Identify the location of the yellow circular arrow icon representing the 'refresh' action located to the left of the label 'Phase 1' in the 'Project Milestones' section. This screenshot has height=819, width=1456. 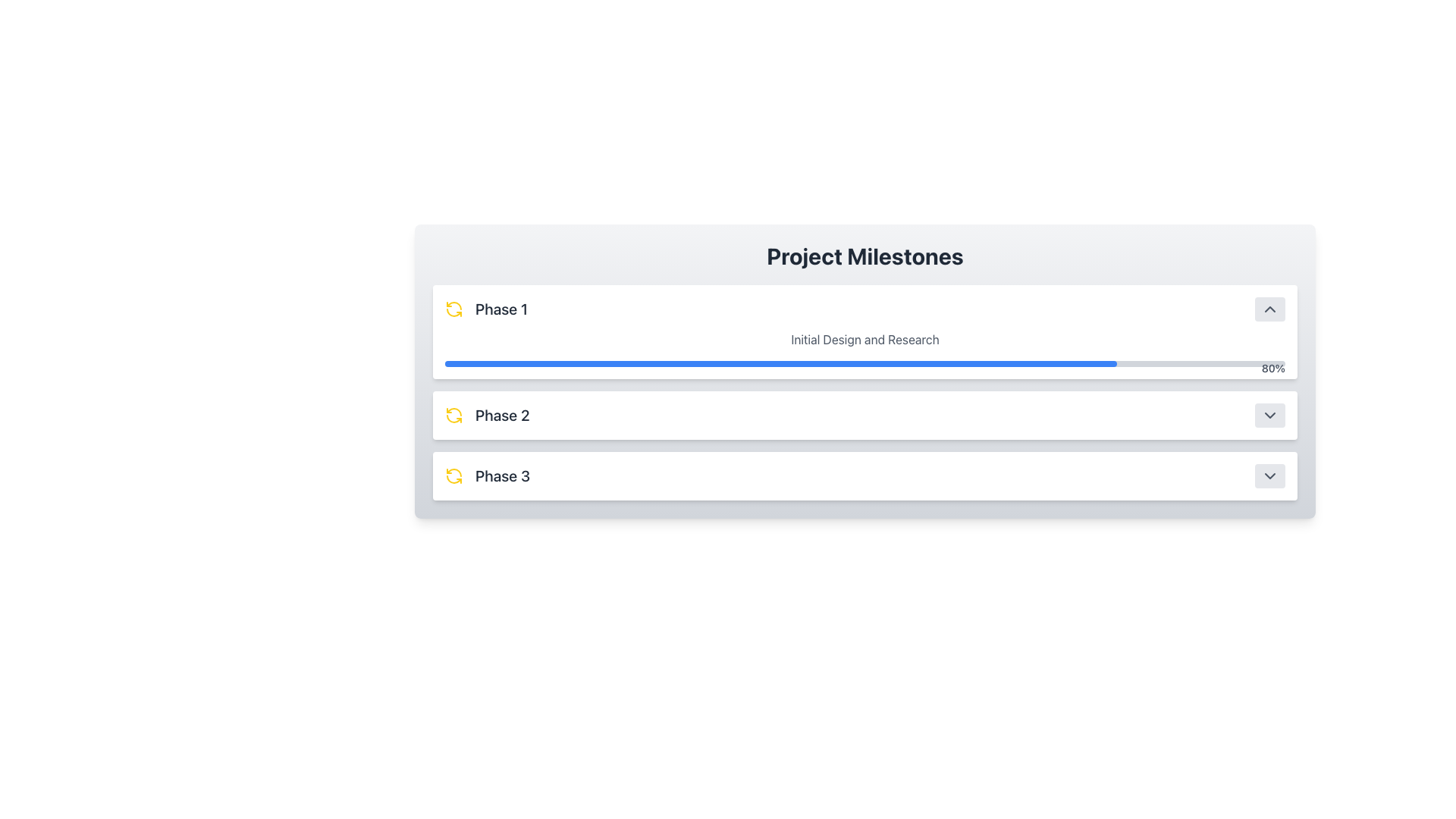
(453, 309).